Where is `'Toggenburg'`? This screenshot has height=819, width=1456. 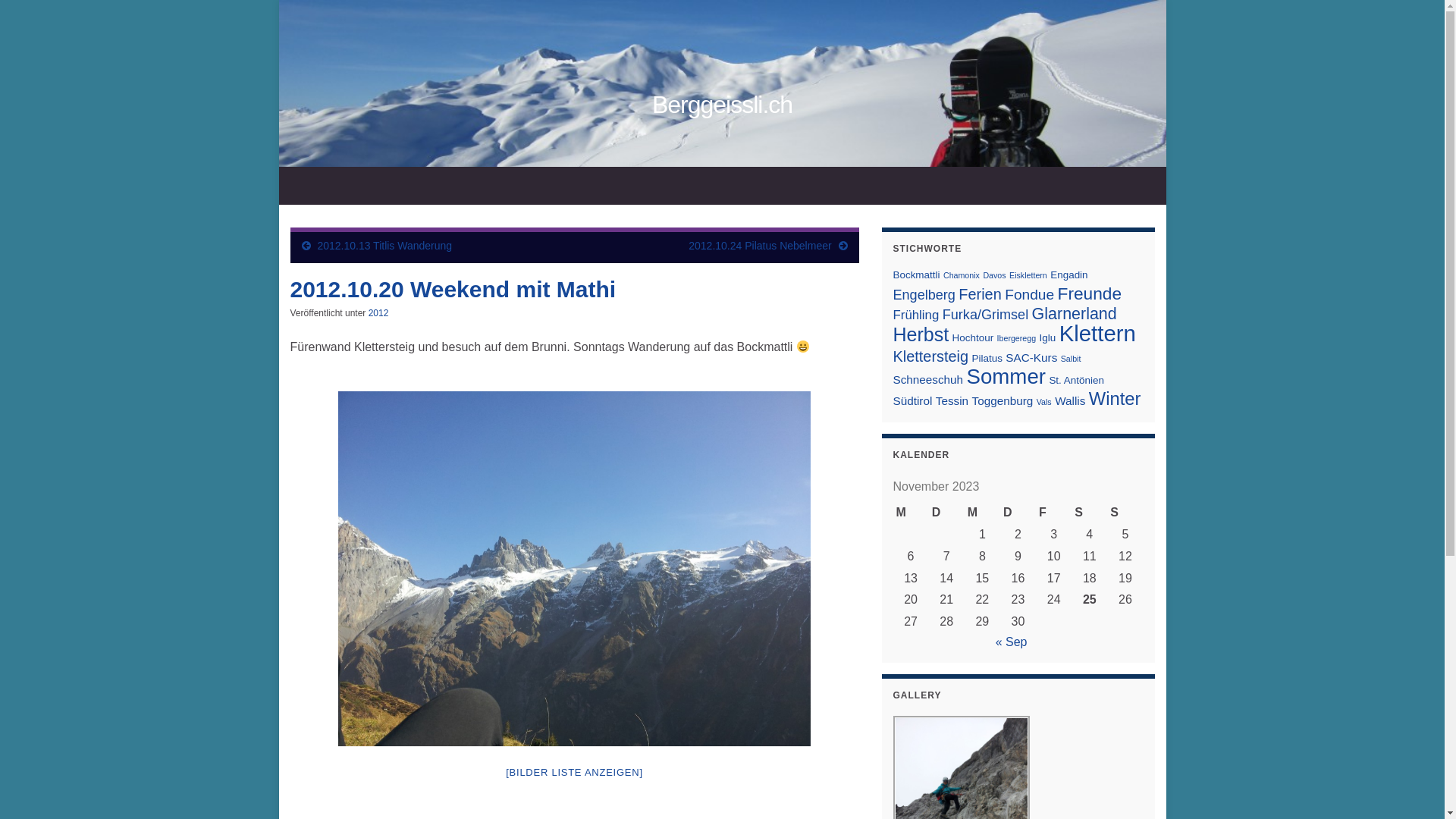
'Toggenburg' is located at coordinates (1003, 400).